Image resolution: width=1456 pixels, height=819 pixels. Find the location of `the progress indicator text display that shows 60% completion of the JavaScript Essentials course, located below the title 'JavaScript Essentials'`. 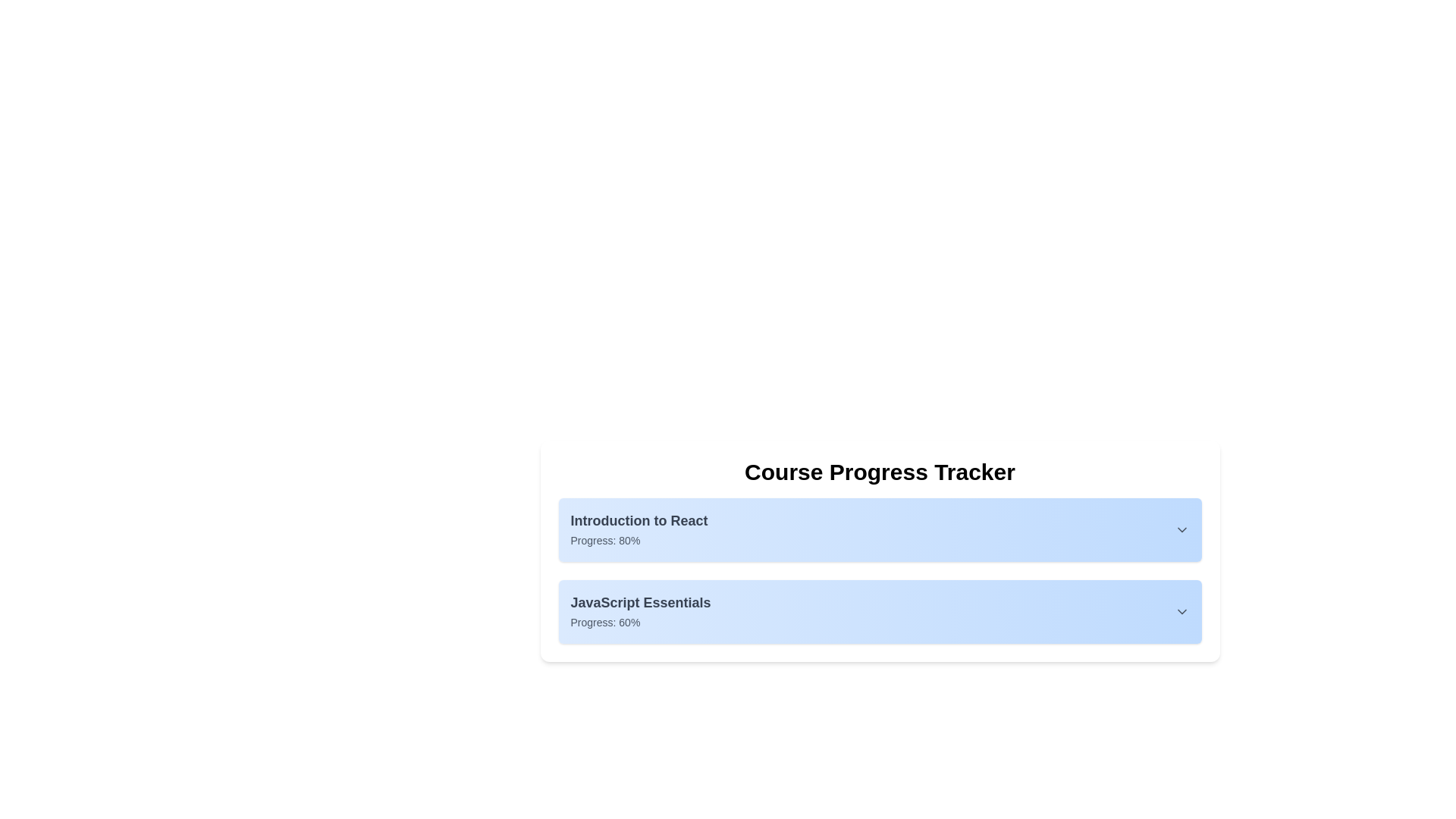

the progress indicator text display that shows 60% completion of the JavaScript Essentials course, located below the title 'JavaScript Essentials' is located at coordinates (604, 623).